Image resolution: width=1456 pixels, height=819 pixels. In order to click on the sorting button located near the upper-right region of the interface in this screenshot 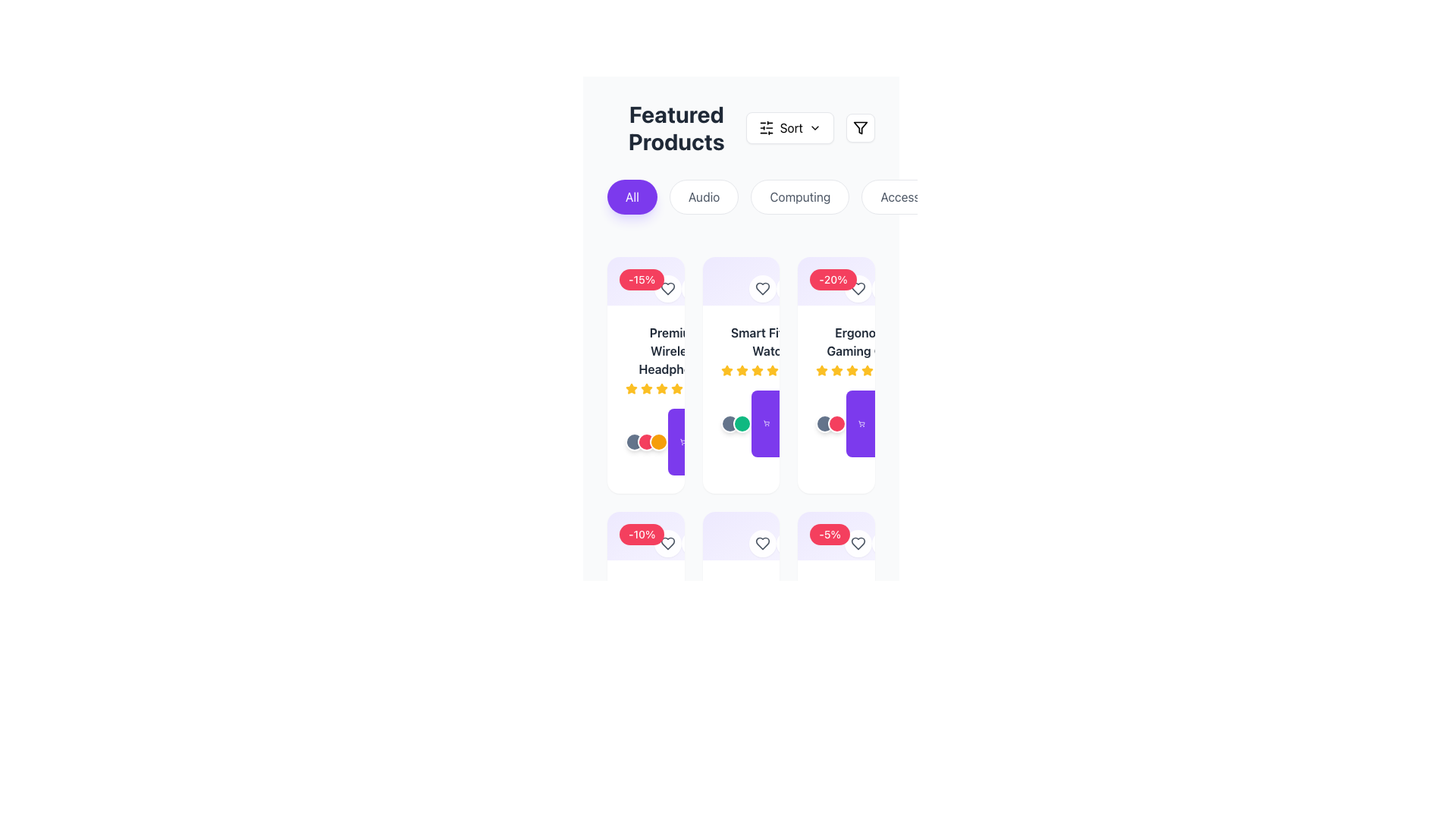, I will do `click(789, 127)`.